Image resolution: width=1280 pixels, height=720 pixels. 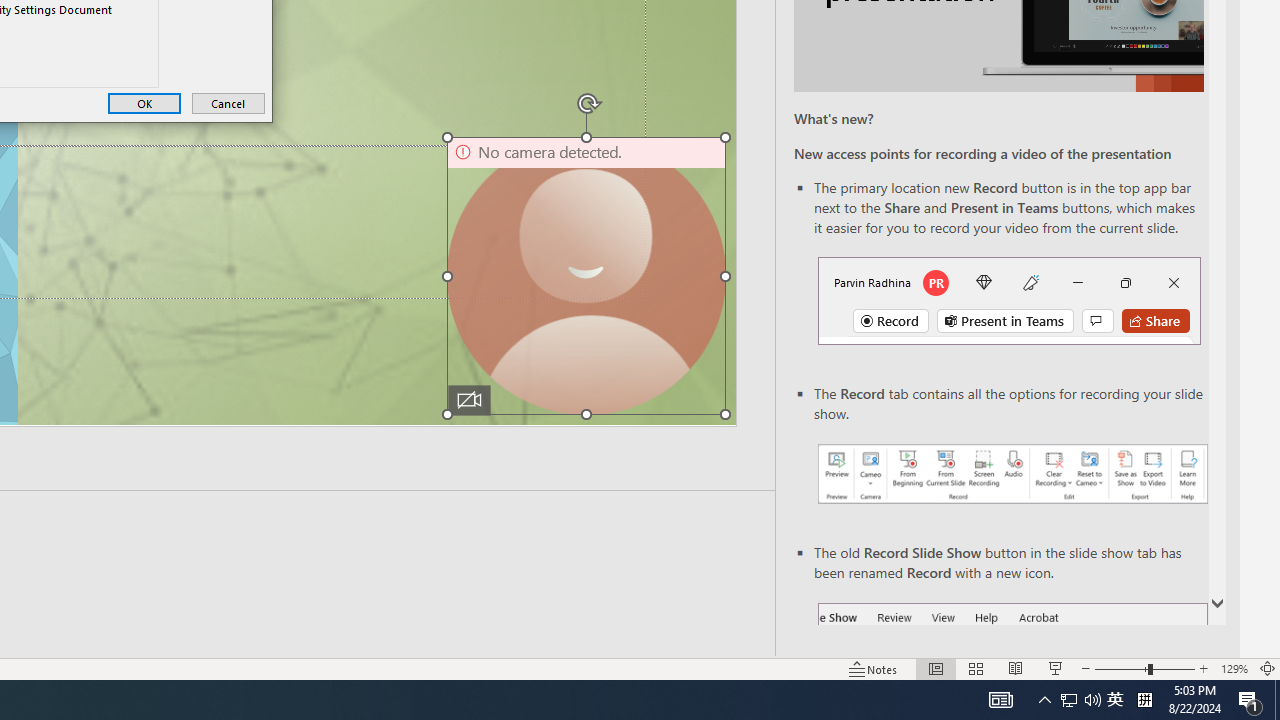 What do you see at coordinates (1013, 474) in the screenshot?
I see `'Record your presentations screenshot one'` at bounding box center [1013, 474].